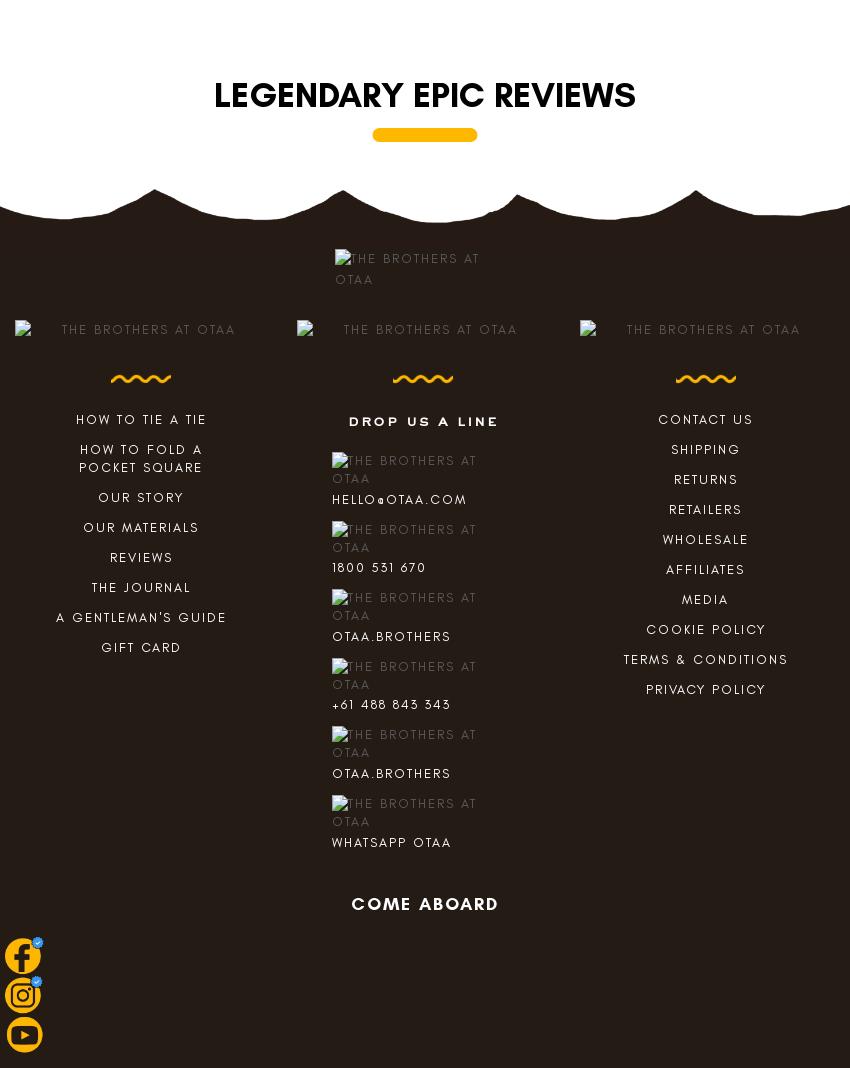 This screenshot has height=1068, width=850. Describe the element at coordinates (332, 634) in the screenshot. I see `'OTAA.BROTHERS'` at that location.